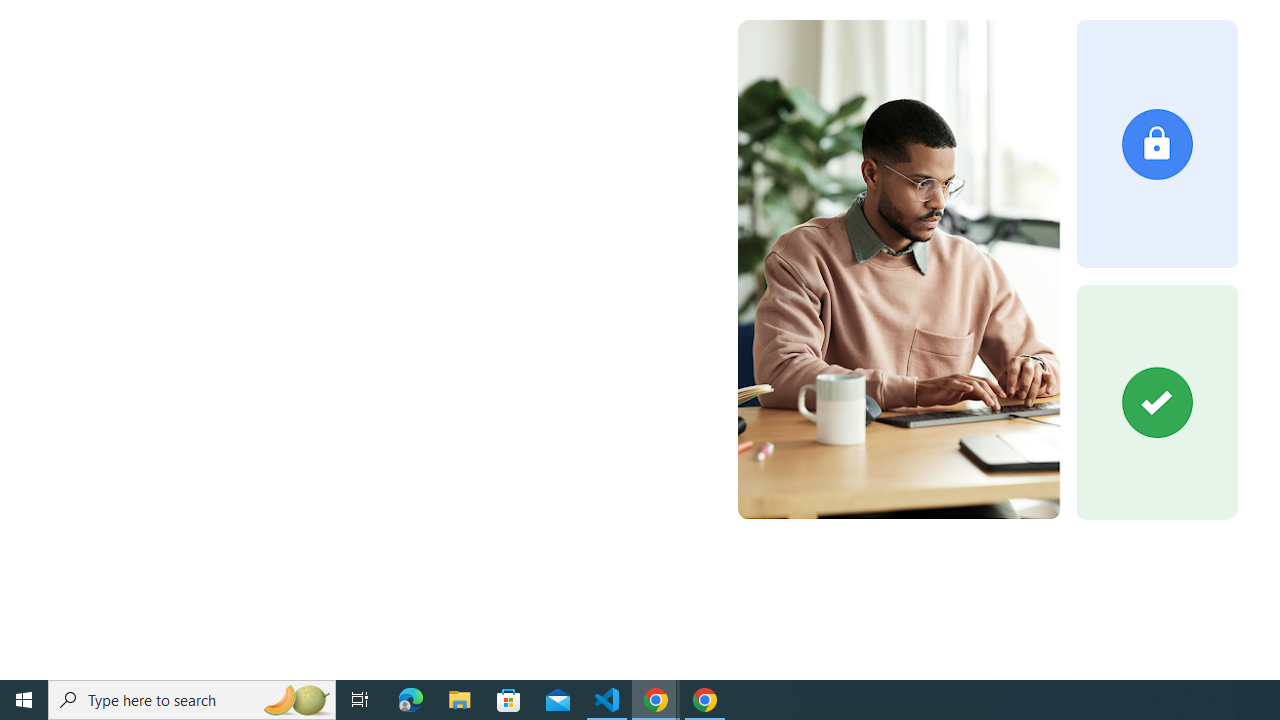 Image resolution: width=1280 pixels, height=720 pixels. I want to click on 'Microsoft Store', so click(509, 698).